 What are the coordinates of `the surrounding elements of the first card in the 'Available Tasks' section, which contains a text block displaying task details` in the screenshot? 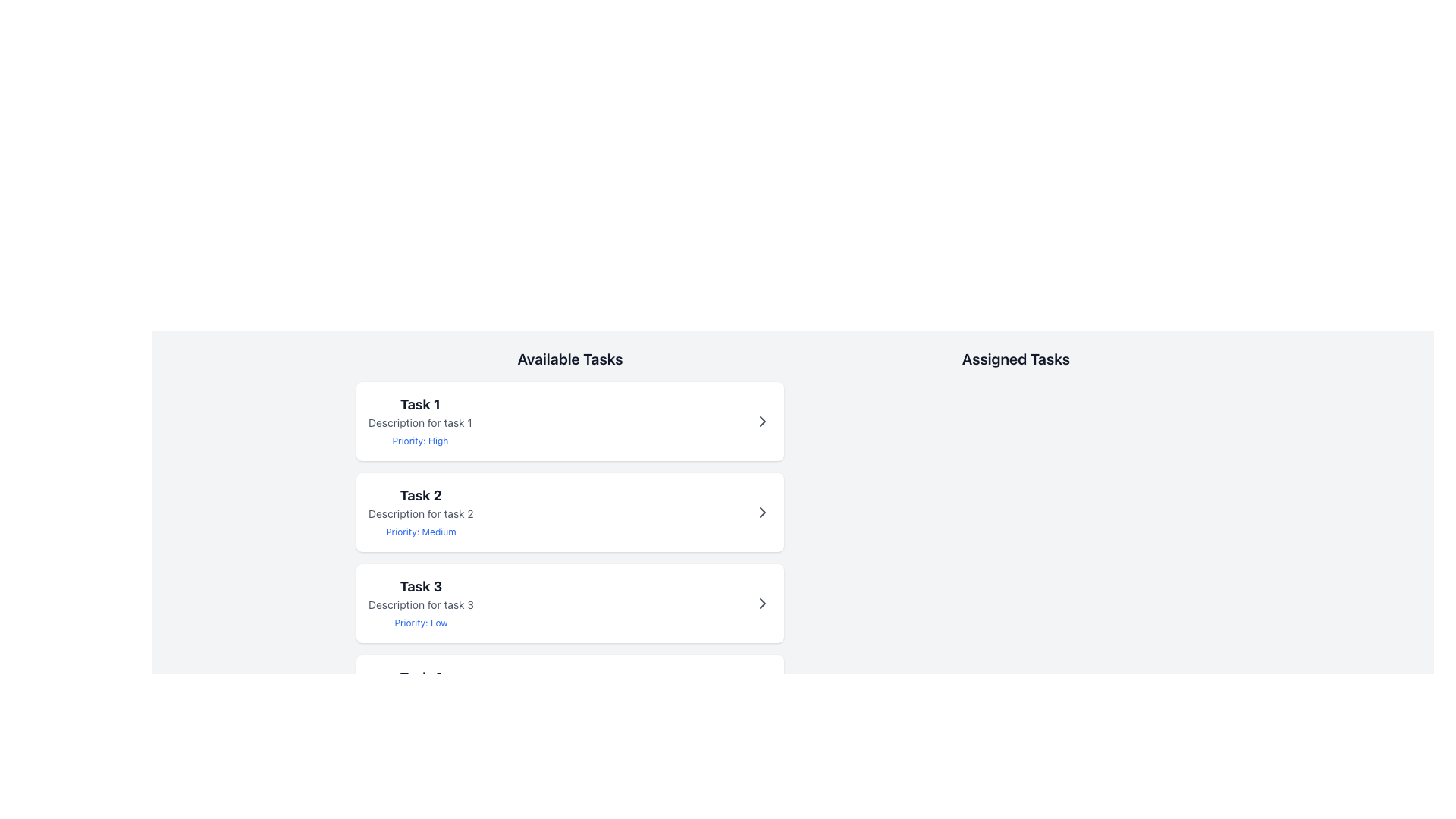 It's located at (420, 421).